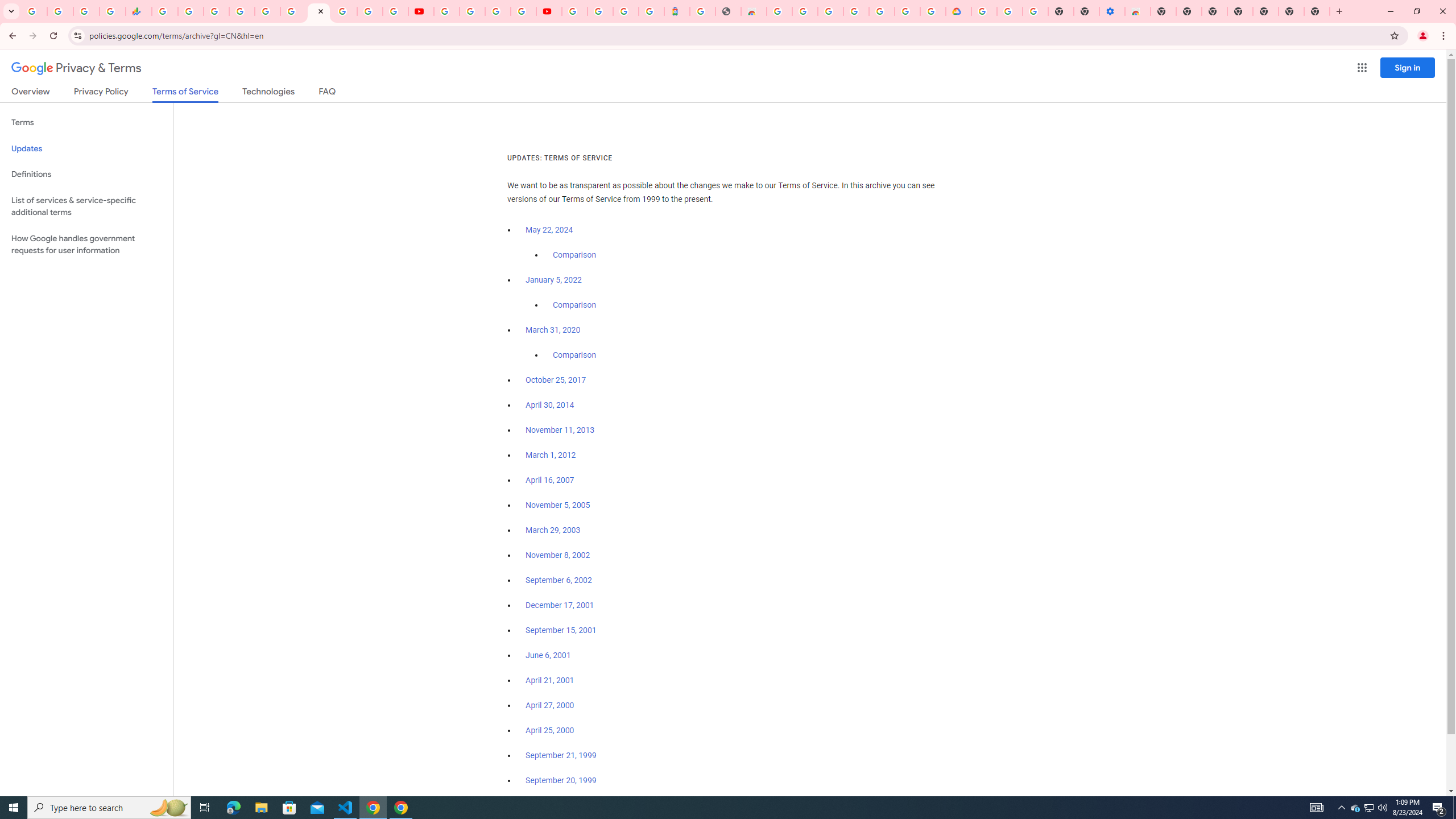  What do you see at coordinates (561, 780) in the screenshot?
I see `'September 20, 1999'` at bounding box center [561, 780].